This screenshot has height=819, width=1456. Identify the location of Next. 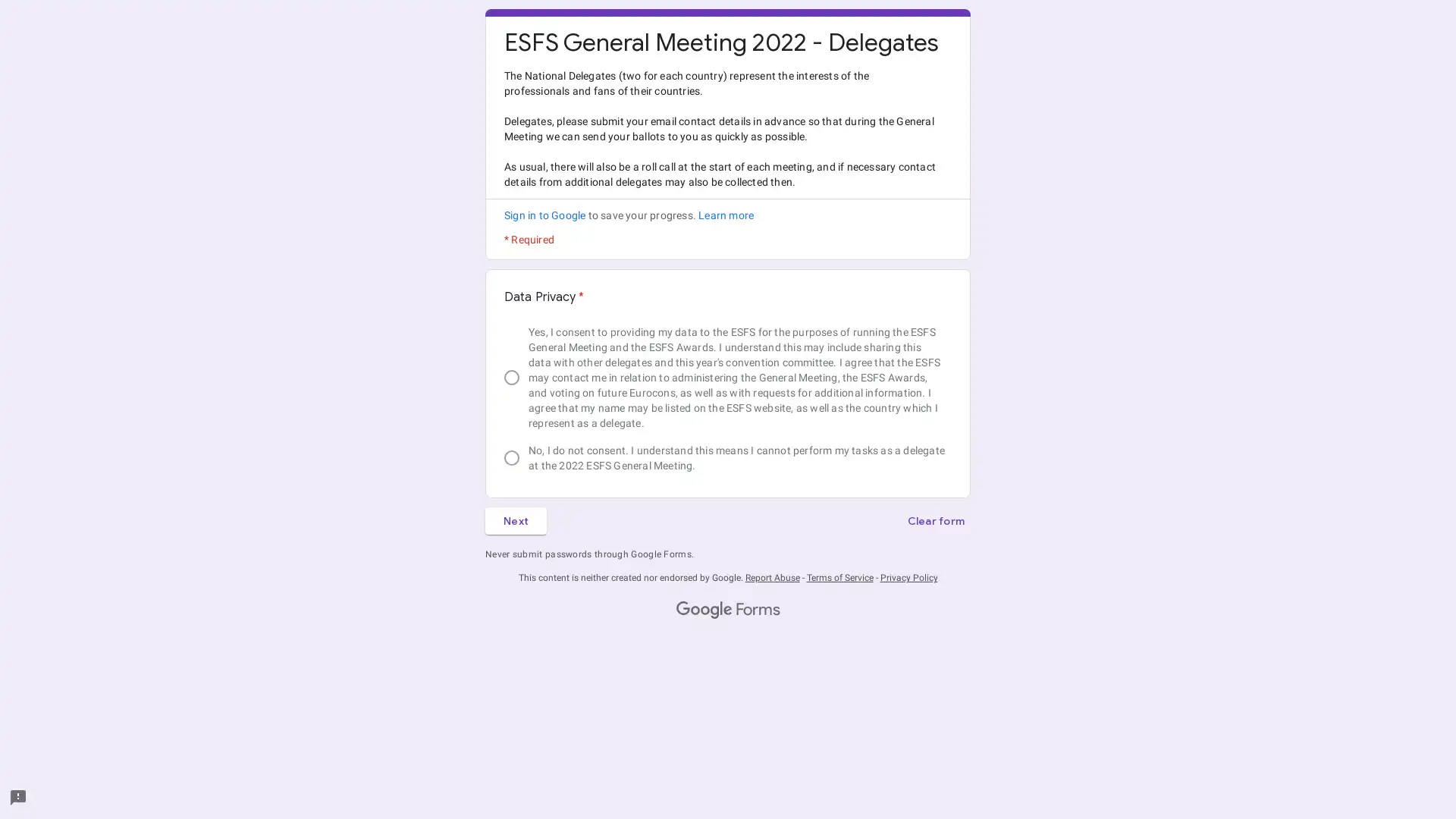
(516, 519).